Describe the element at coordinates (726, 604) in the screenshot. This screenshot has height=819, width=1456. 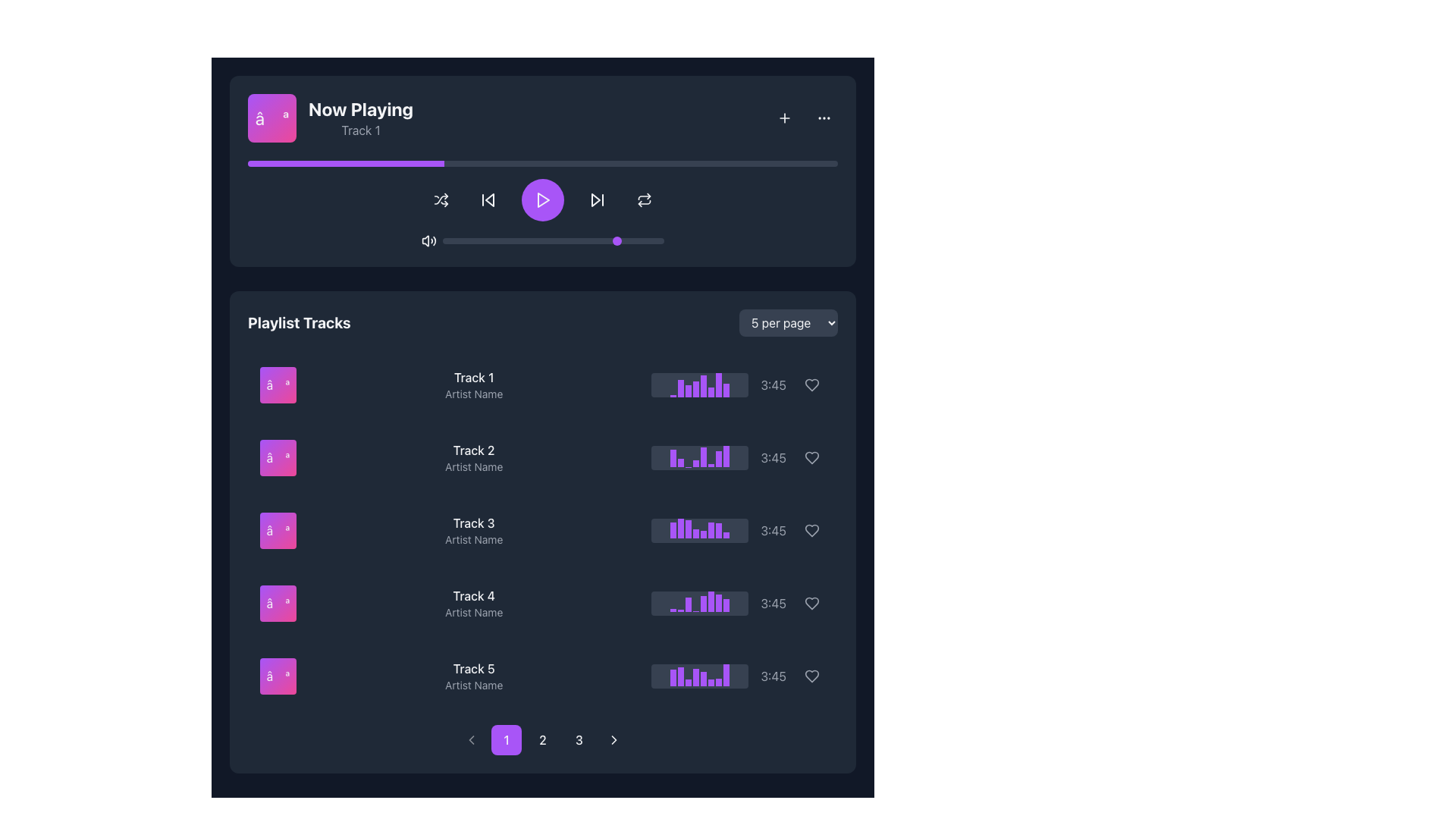
I see `the eighth and rightmost purple bar in the bar chart of the fourth track's playlist` at that location.